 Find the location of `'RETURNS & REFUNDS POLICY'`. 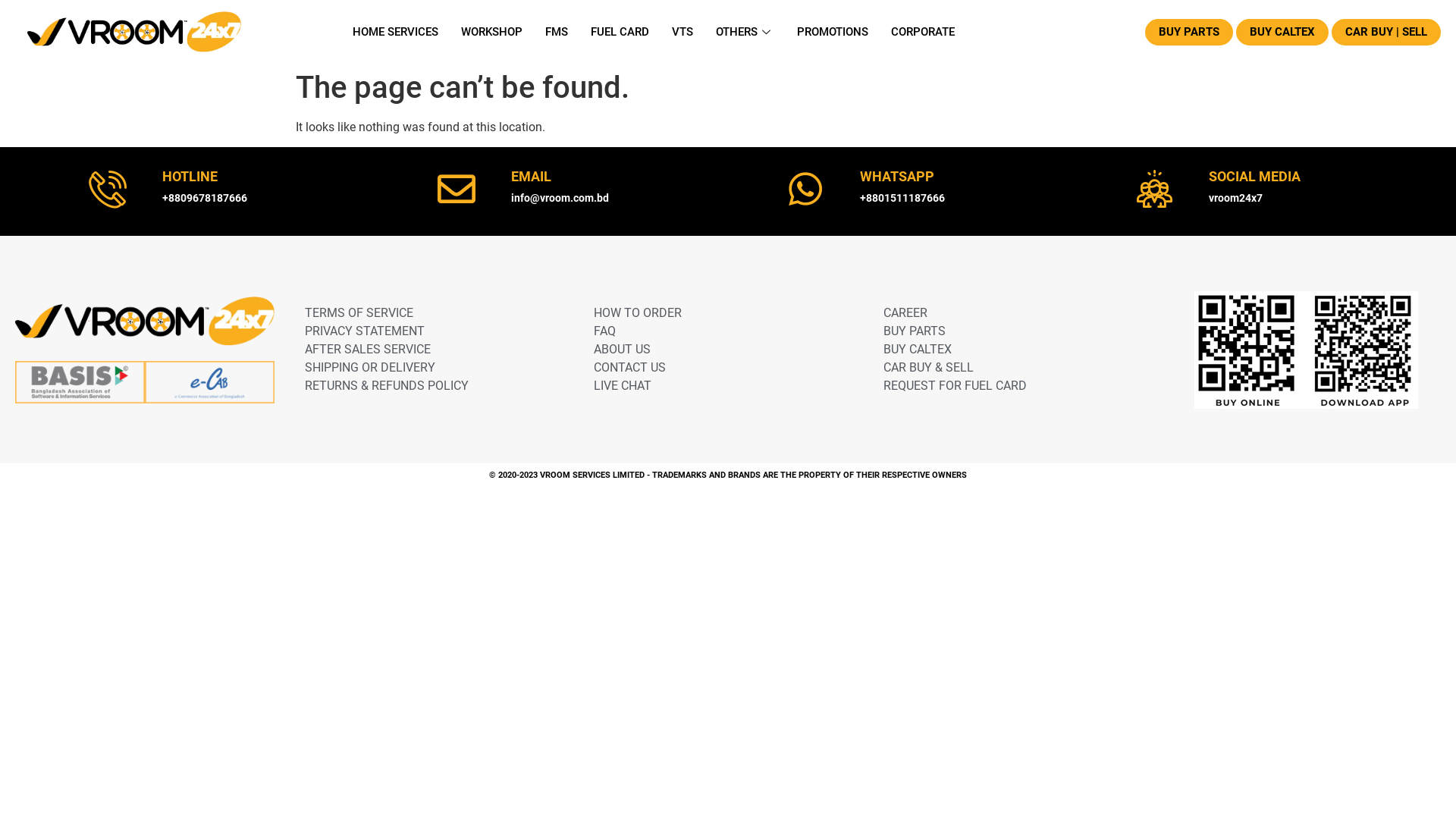

'RETURNS & REFUNDS POLICY' is located at coordinates (425, 385).